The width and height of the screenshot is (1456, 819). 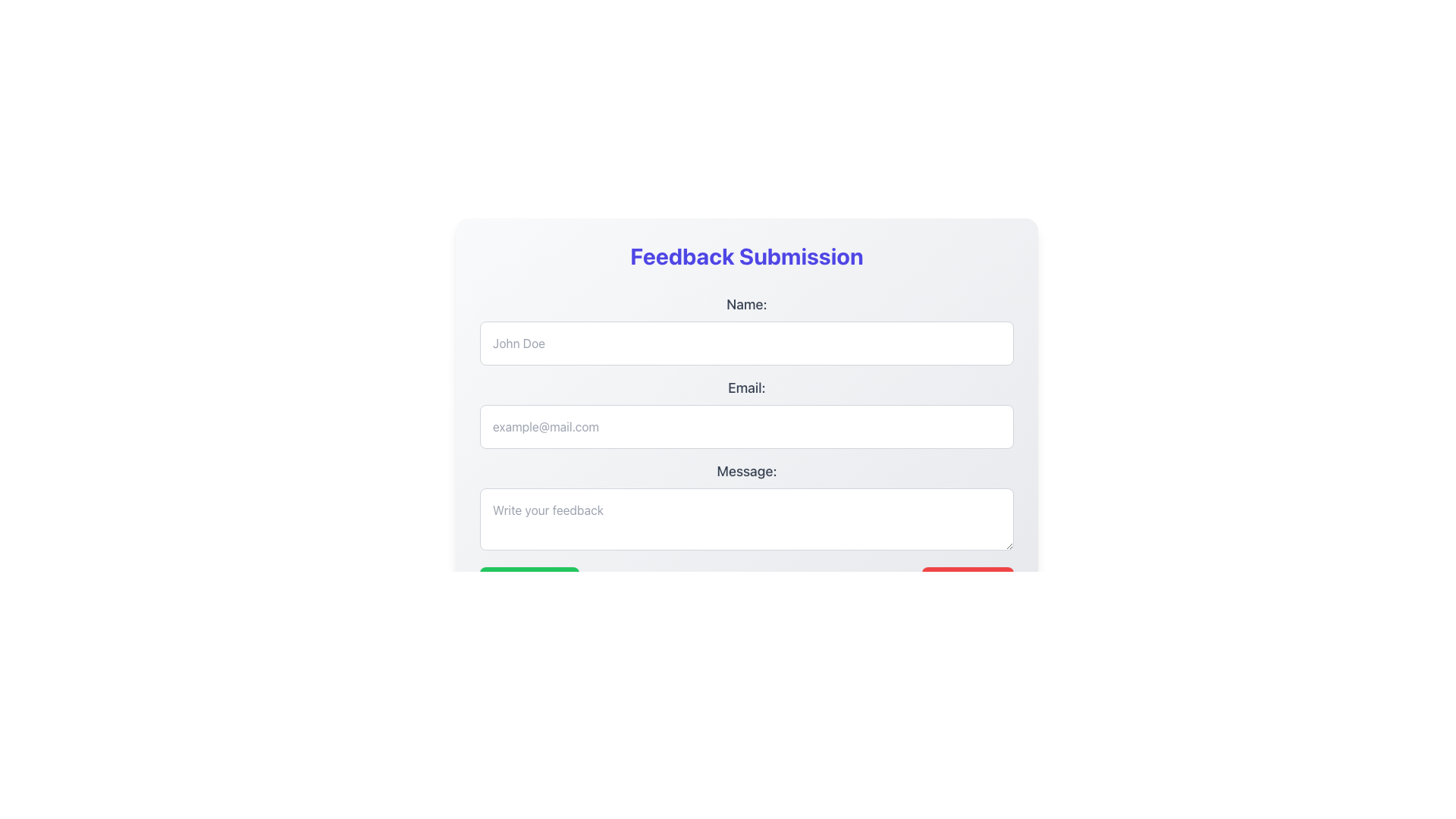 What do you see at coordinates (746, 304) in the screenshot?
I see `the label that guides users to input their name, located above the text input field with the placeholder 'John Doe'` at bounding box center [746, 304].